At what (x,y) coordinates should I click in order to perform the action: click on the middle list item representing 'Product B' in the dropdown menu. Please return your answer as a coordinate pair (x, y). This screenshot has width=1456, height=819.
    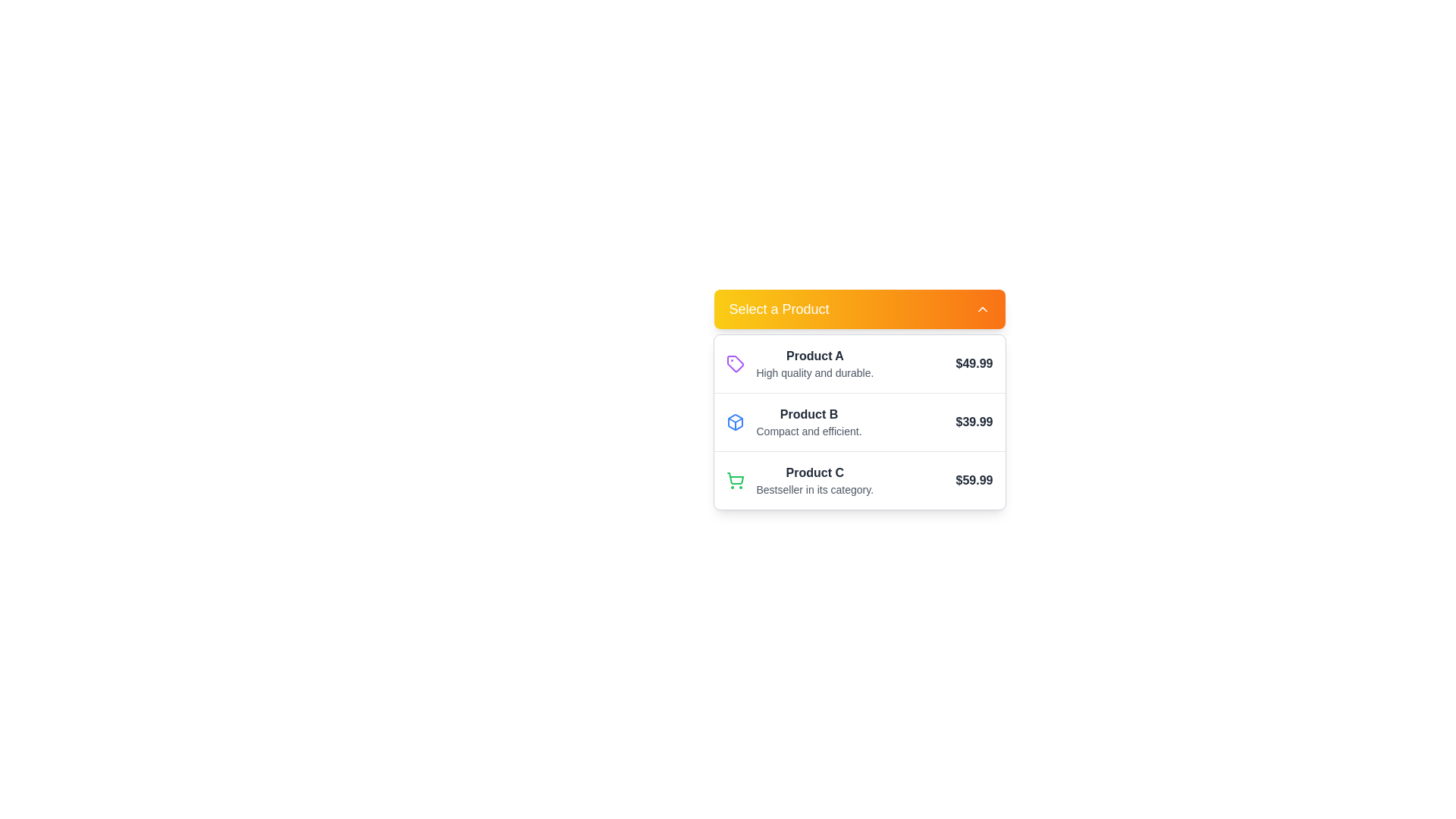
    Looking at the image, I should click on (859, 422).